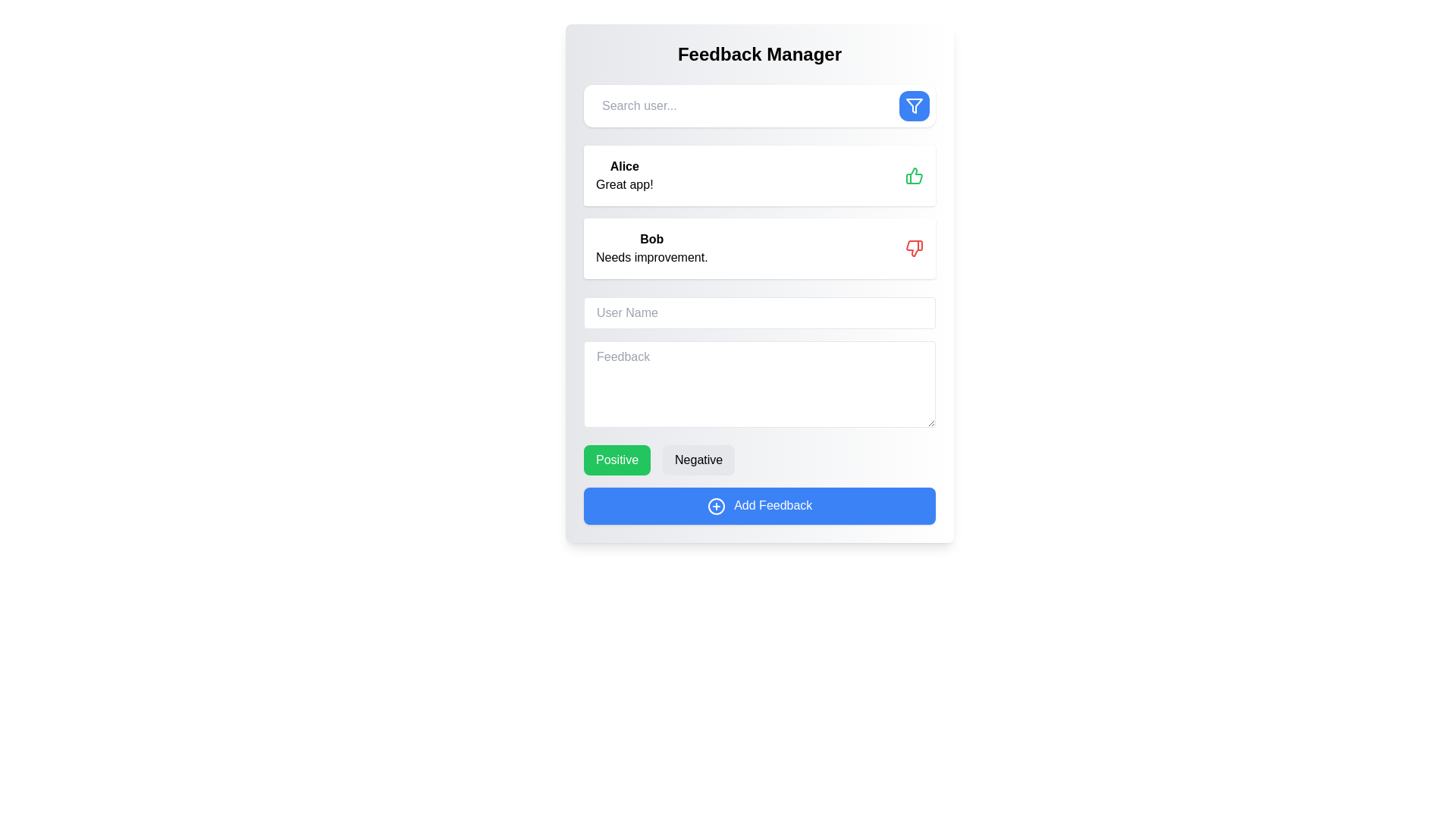 This screenshot has width=1456, height=819. Describe the element at coordinates (715, 506) in the screenshot. I see `the central circle of the plus icon within the 'Add Feedback' button located at the bottom center of the interface` at that location.